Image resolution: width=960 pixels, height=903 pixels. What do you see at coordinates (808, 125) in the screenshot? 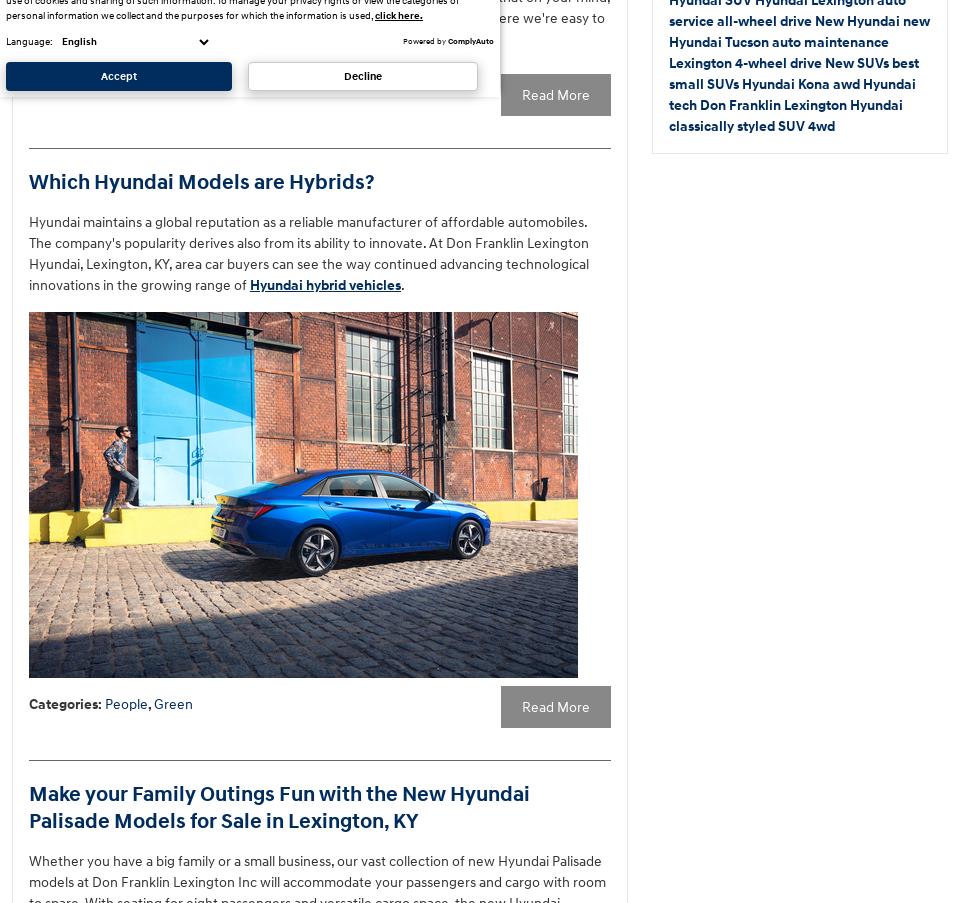
I see `'4wd'` at bounding box center [808, 125].